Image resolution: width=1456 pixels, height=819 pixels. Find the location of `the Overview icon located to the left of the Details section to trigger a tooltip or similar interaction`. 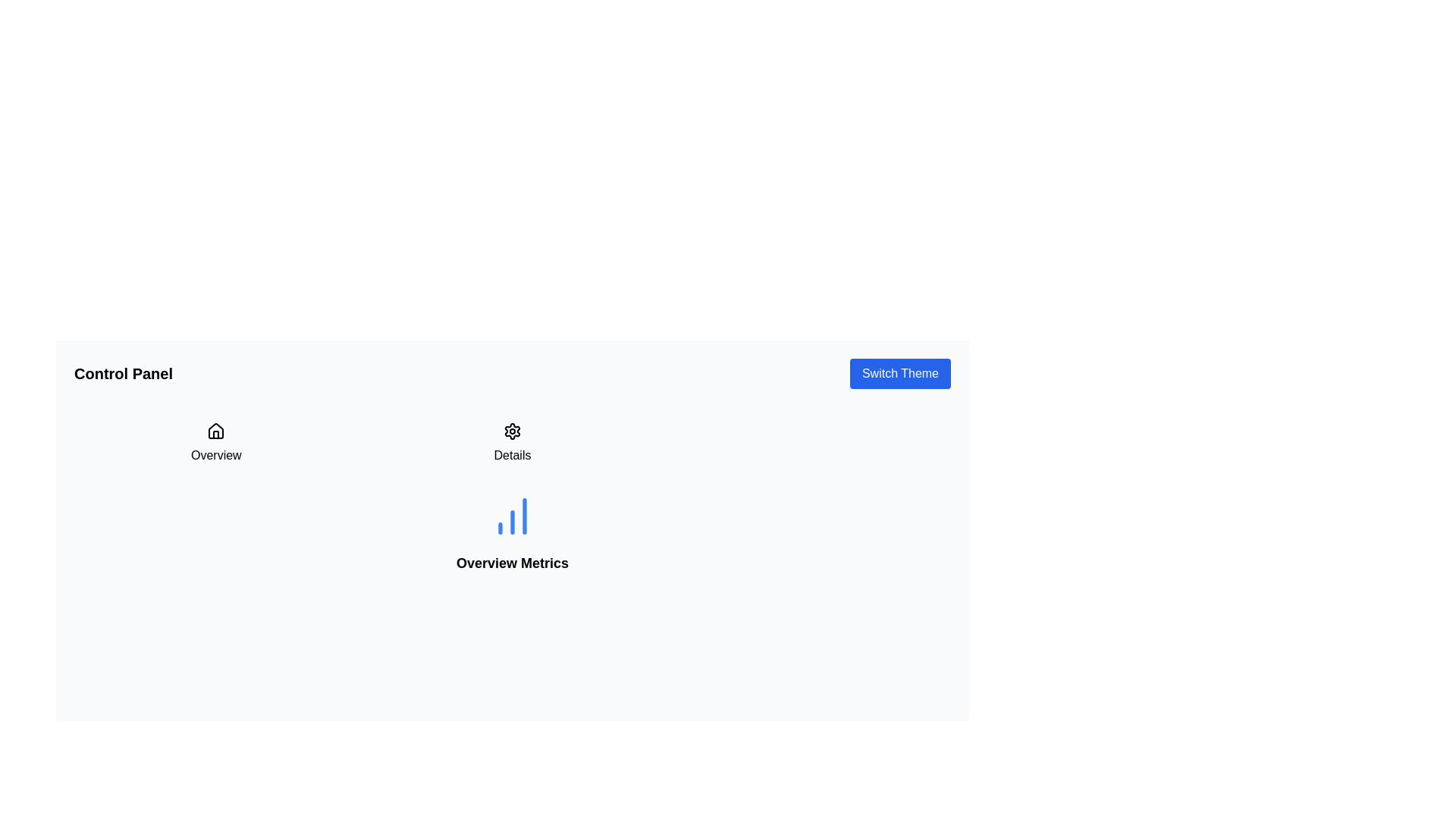

the Overview icon located to the left of the Details section to trigger a tooltip or similar interaction is located at coordinates (215, 431).